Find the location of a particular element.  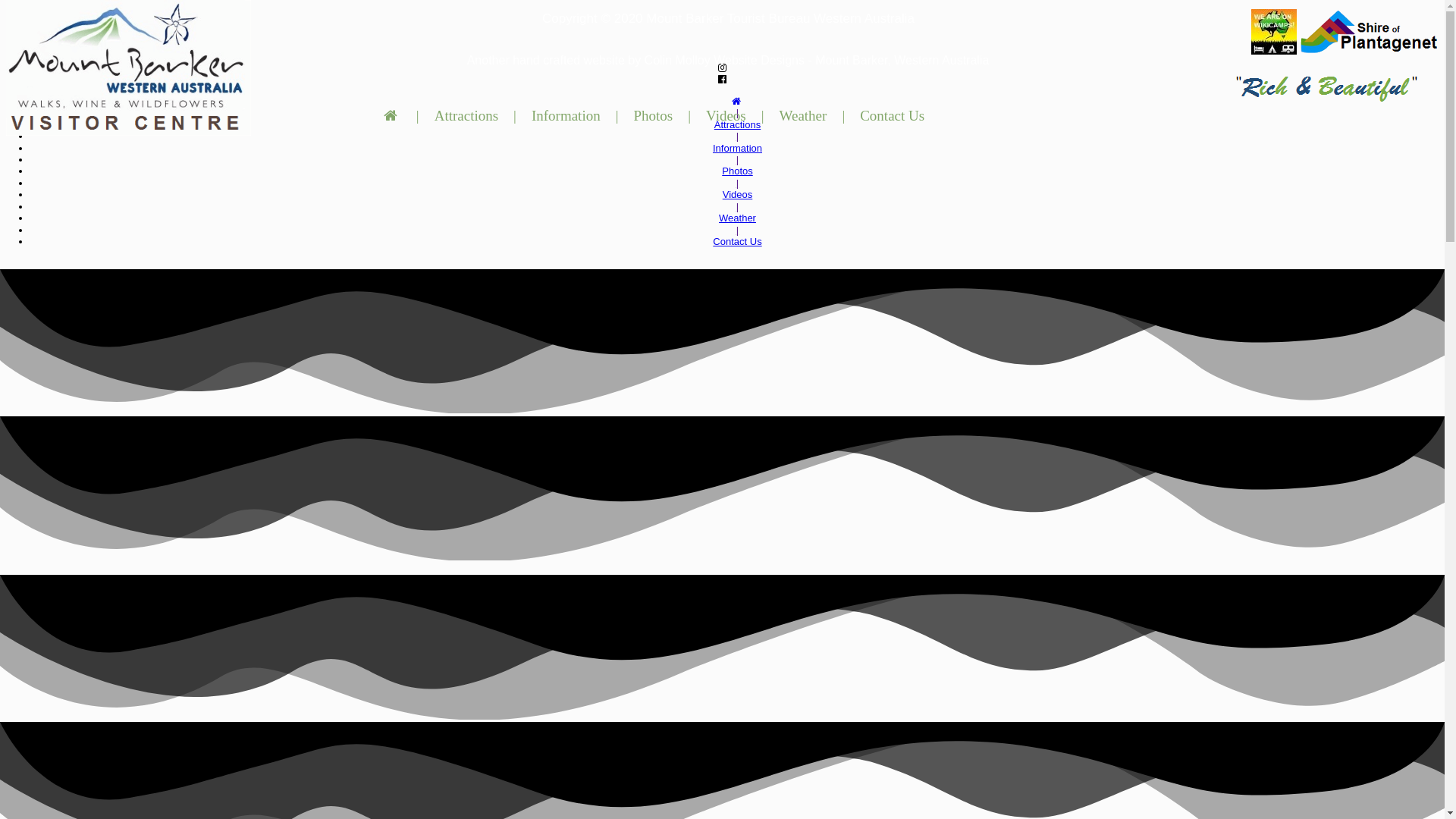

'Contact Us' is located at coordinates (855, 115).